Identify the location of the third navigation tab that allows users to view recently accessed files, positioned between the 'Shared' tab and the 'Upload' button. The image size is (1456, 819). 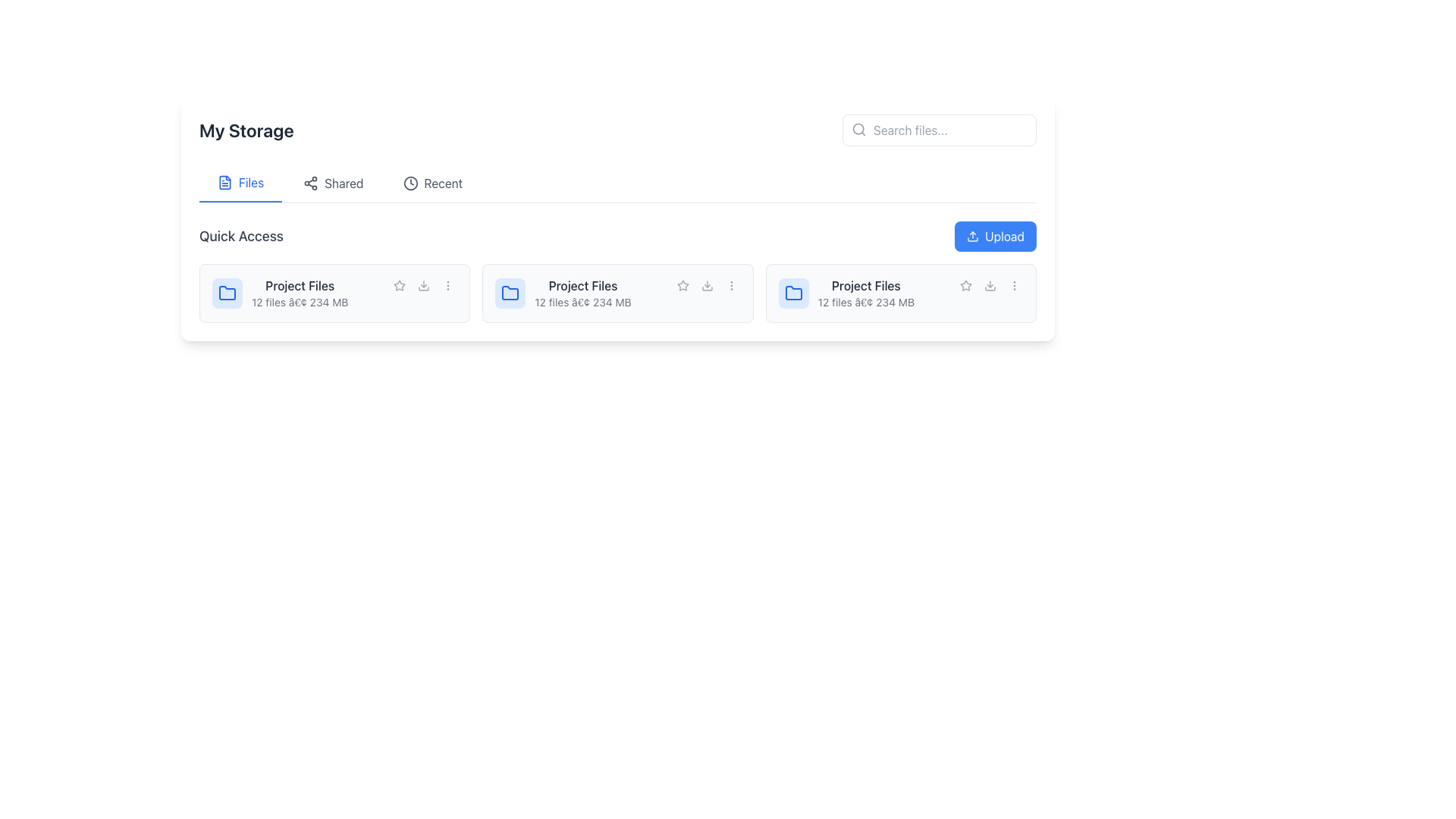
(431, 183).